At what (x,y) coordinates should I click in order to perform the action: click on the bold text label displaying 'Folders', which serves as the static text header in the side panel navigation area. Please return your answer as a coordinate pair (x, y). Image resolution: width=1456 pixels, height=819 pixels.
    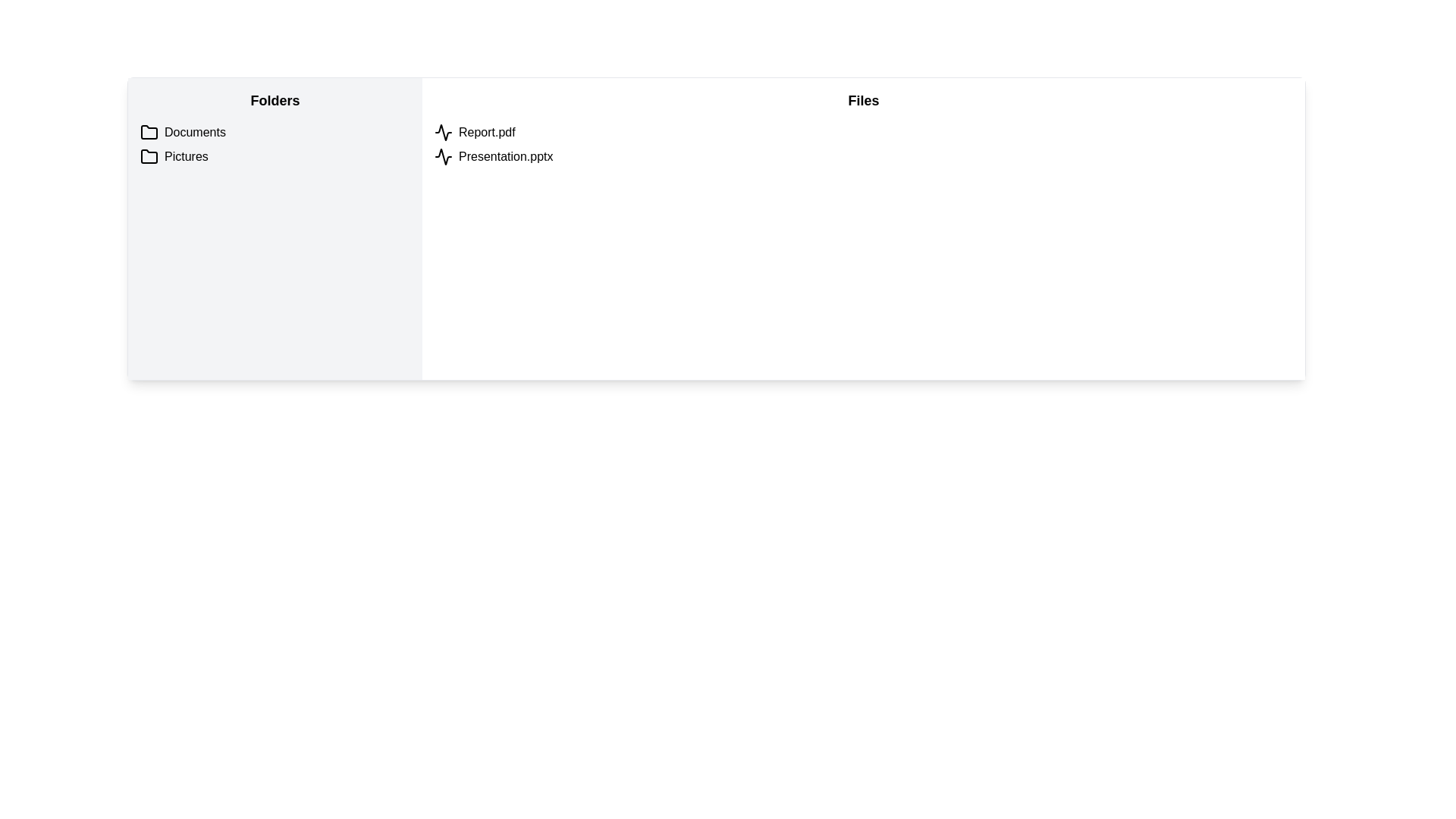
    Looking at the image, I should click on (275, 100).